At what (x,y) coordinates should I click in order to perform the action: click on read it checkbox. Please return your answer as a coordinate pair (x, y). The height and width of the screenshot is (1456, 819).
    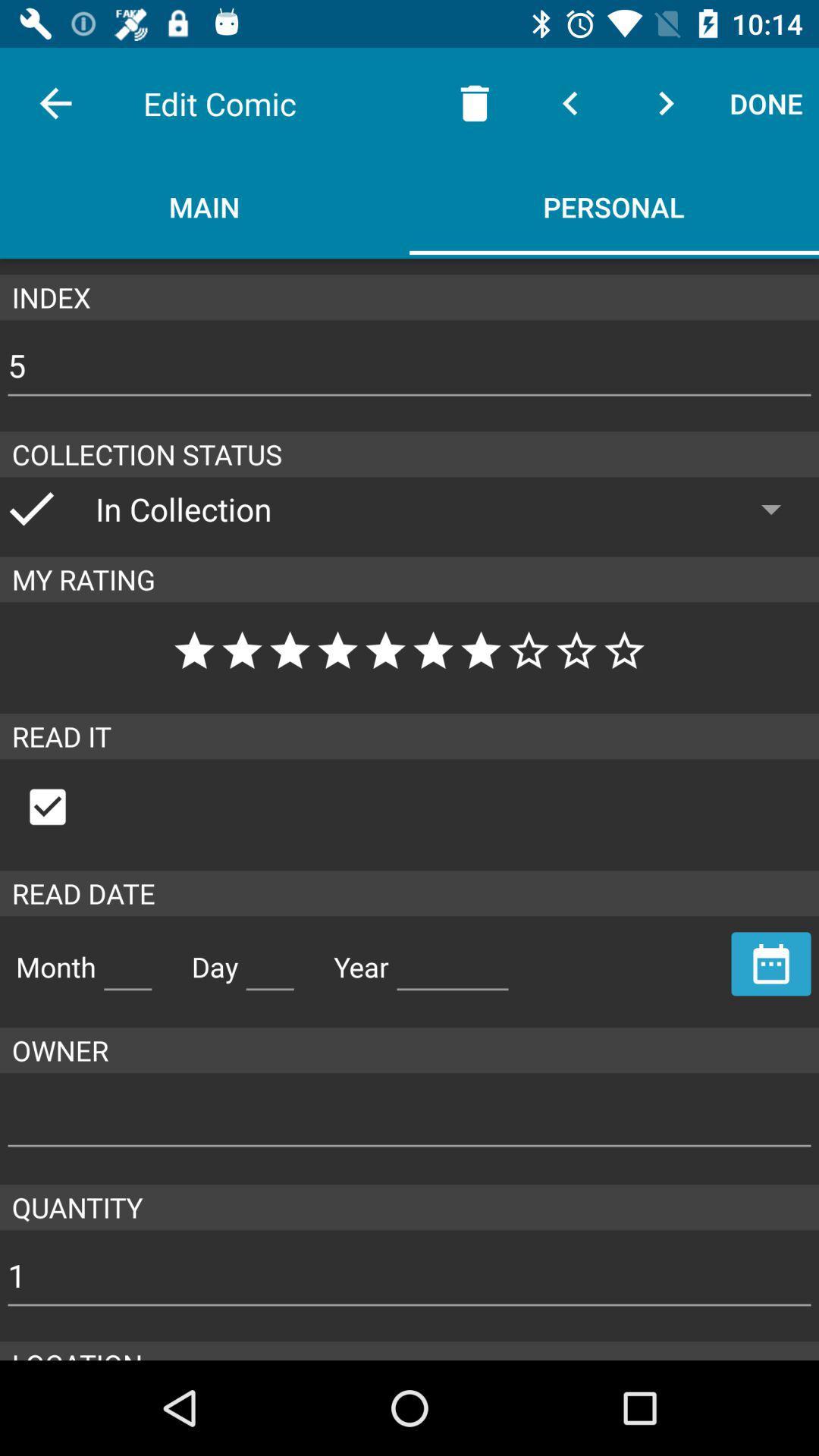
    Looking at the image, I should click on (63, 806).